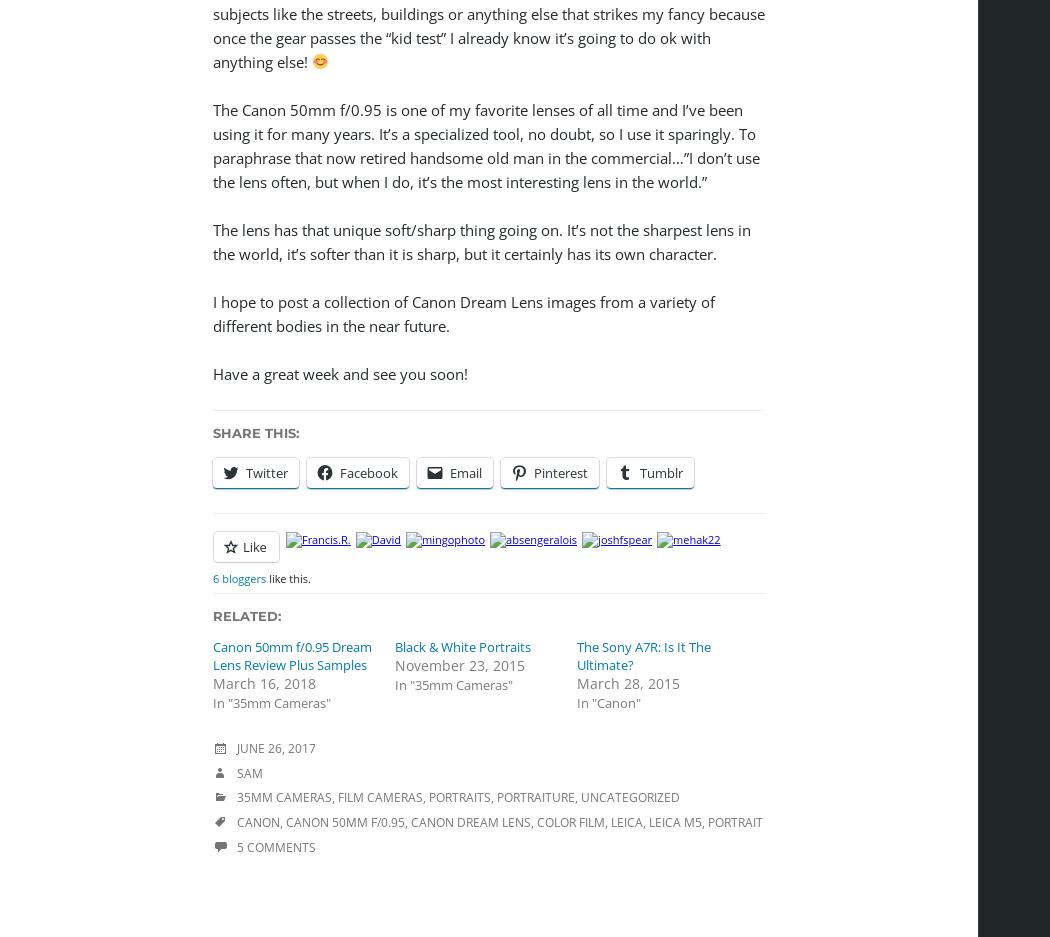 This screenshot has width=1050, height=937. What do you see at coordinates (481, 239) in the screenshot?
I see `'The lens has that unique soft/sharp thing going on. It’s not the sharpest lens in the world, it’s softer than it is sharp, but it certainly has its own character.'` at bounding box center [481, 239].